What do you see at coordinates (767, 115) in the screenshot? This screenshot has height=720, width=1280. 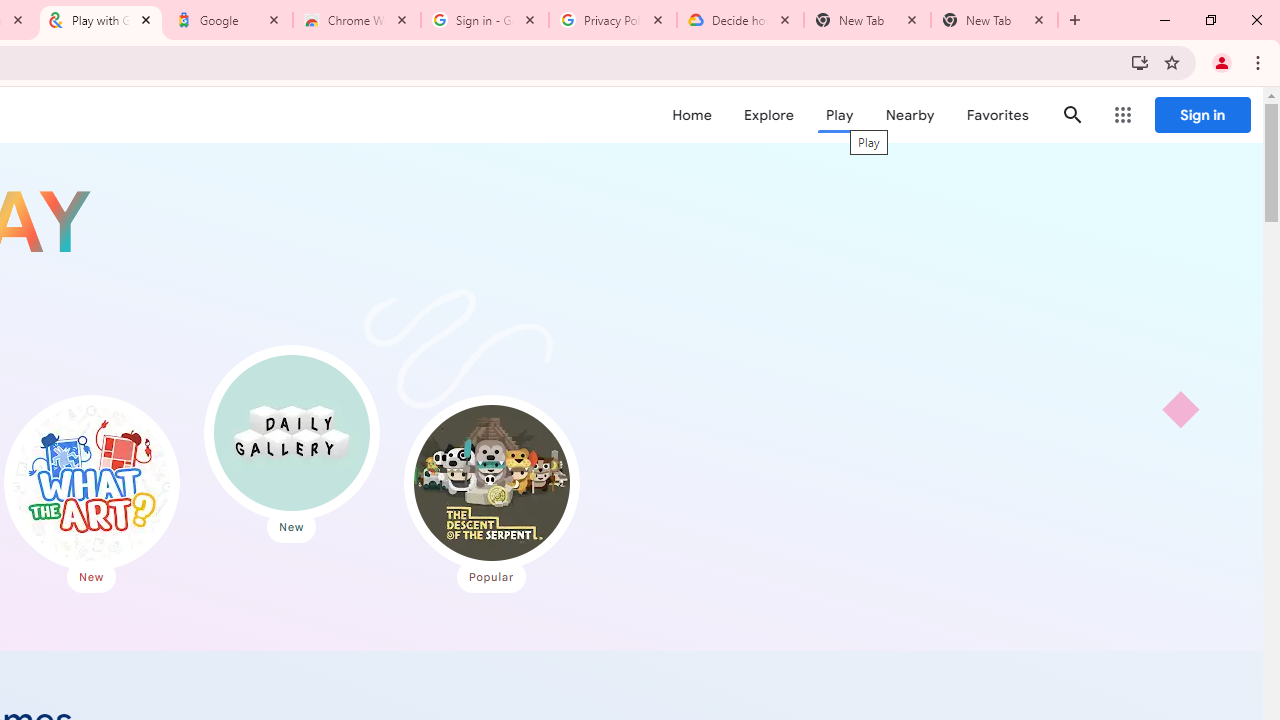 I see `'Explore'` at bounding box center [767, 115].